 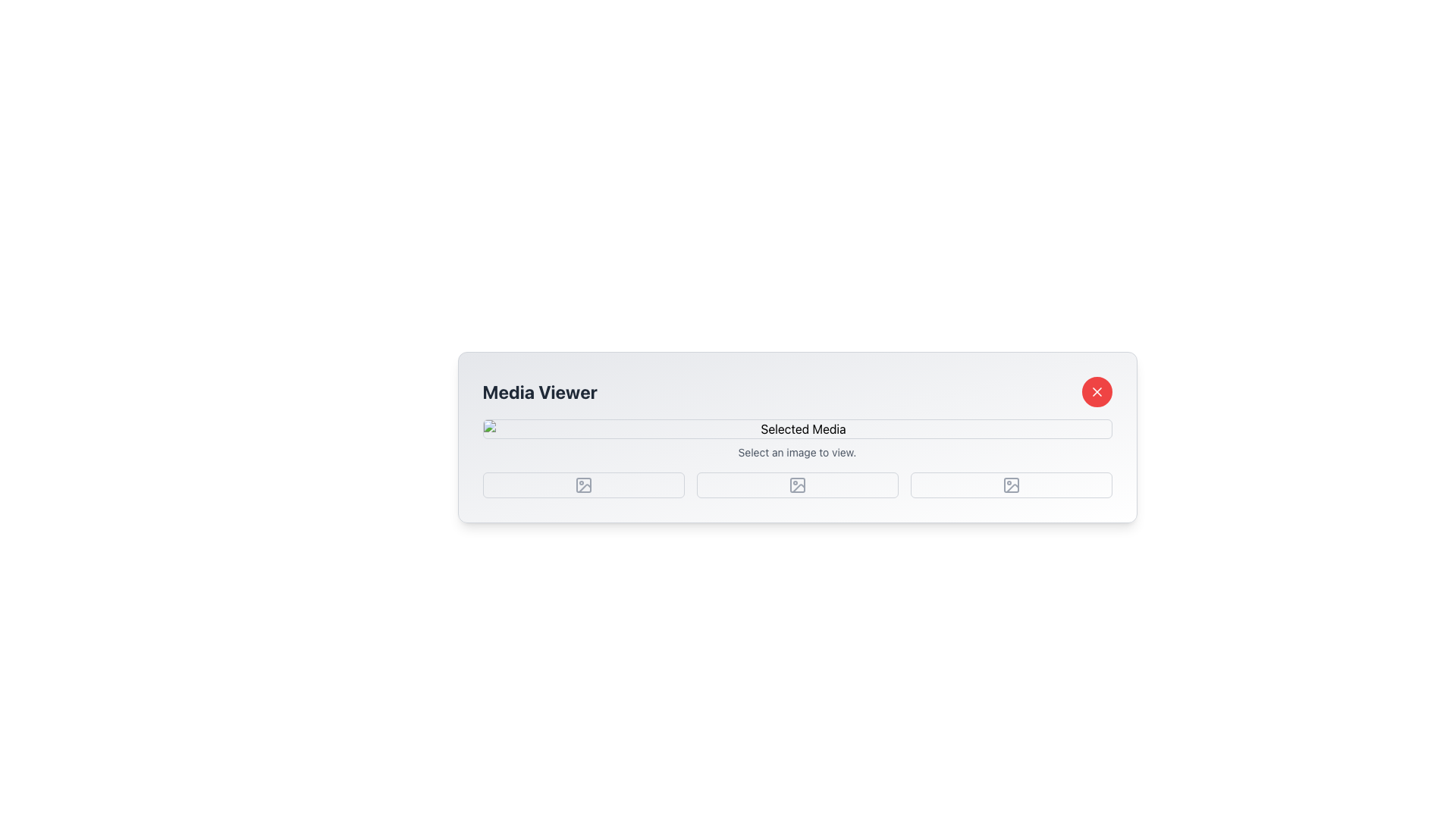 What do you see at coordinates (582, 485) in the screenshot?
I see `the icon button shaped like a picture frame with a circular mark and diagonal line` at bounding box center [582, 485].